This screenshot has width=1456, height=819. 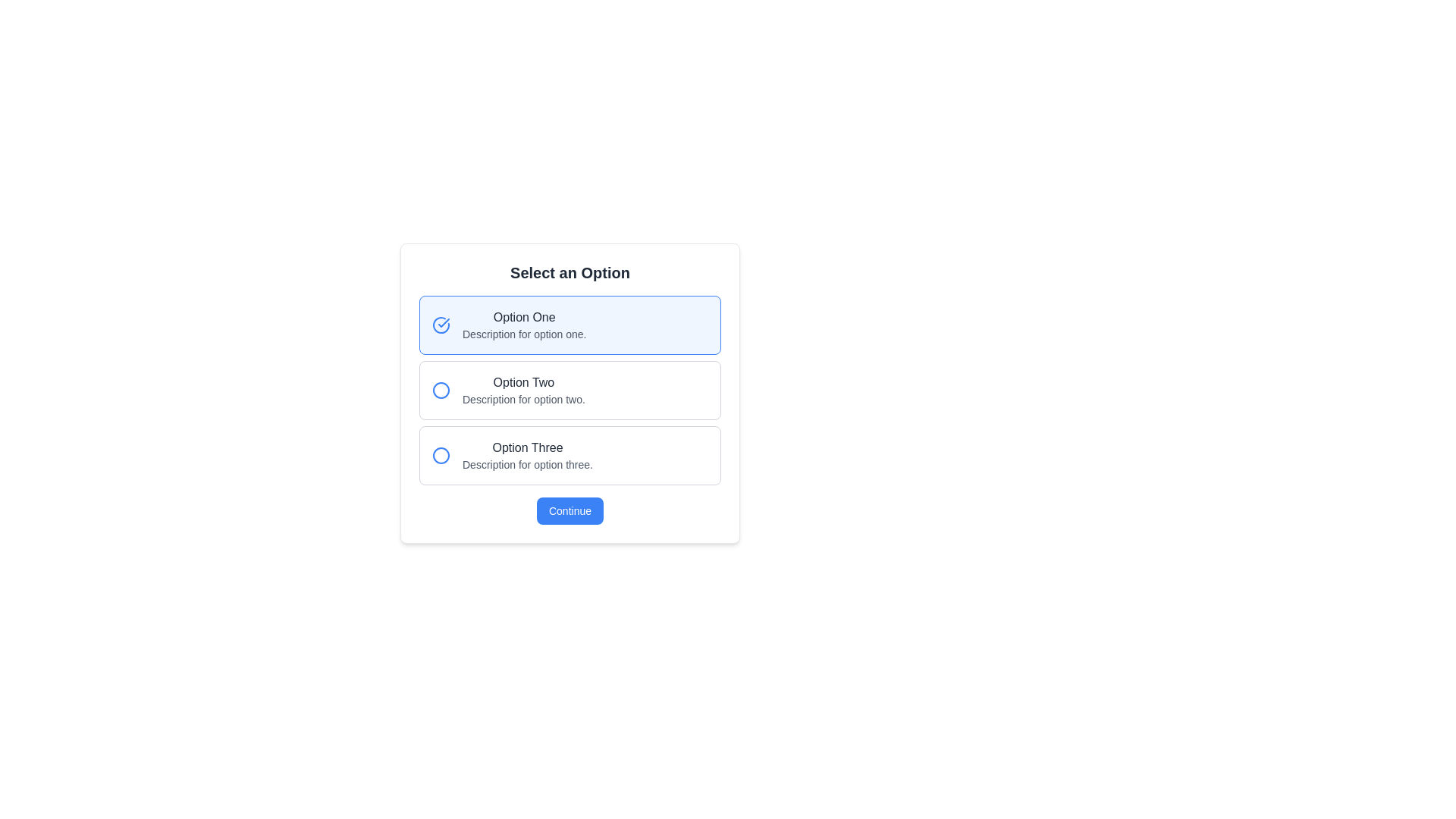 What do you see at coordinates (570, 455) in the screenshot?
I see `the selectable option block titled 'Option Three'` at bounding box center [570, 455].